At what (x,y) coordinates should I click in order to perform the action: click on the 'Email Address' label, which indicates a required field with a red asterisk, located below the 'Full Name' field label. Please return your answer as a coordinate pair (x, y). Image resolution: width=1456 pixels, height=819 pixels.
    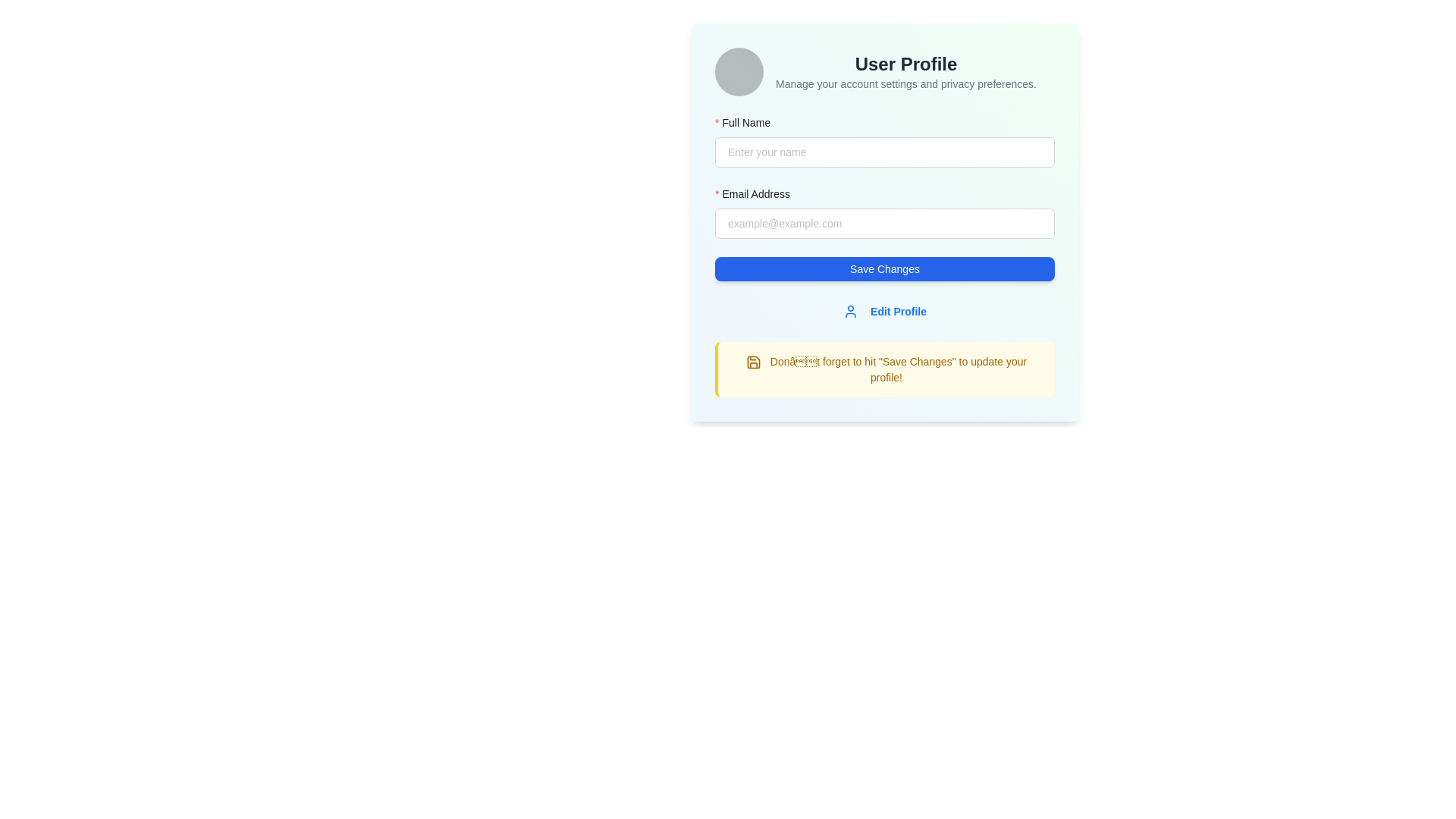
    Looking at the image, I should click on (758, 193).